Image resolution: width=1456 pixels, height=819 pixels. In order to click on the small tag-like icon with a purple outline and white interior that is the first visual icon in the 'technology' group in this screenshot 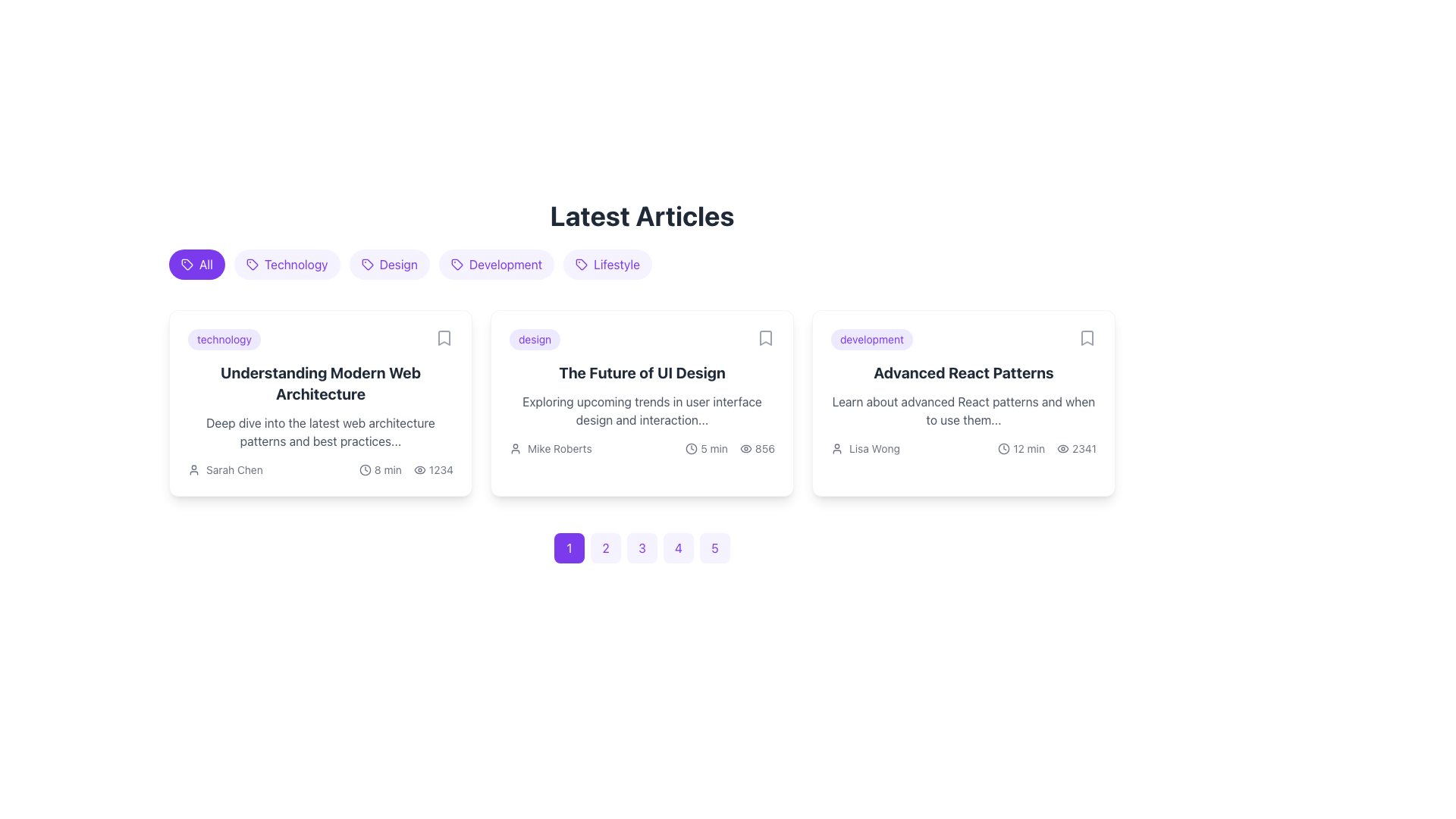, I will do `click(252, 263)`.